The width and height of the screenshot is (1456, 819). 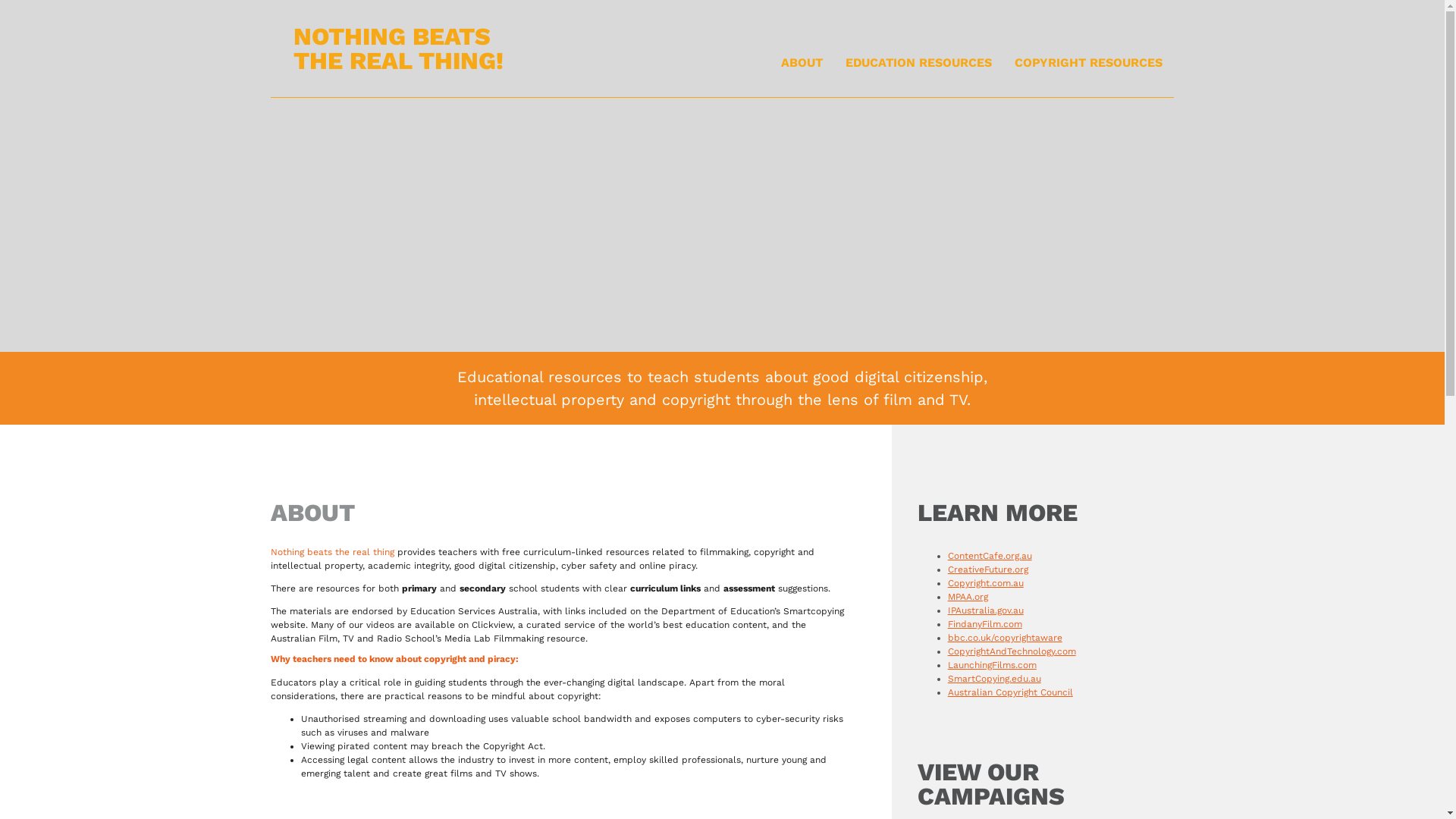 What do you see at coordinates (946, 637) in the screenshot?
I see `'bbc.co.uk/copyrightaware'` at bounding box center [946, 637].